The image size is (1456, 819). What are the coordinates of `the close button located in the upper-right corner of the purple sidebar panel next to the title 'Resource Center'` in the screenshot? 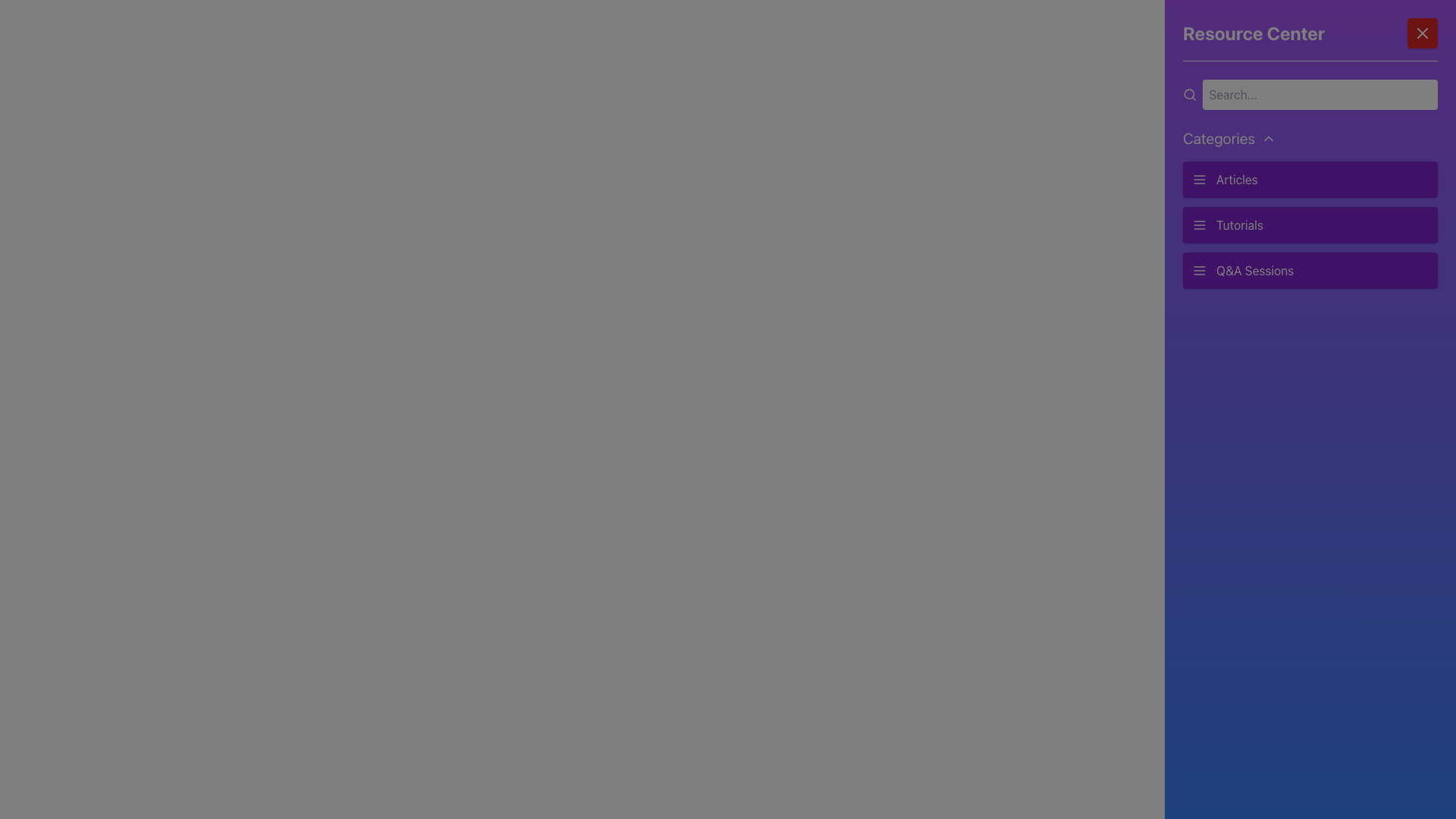 It's located at (1422, 33).